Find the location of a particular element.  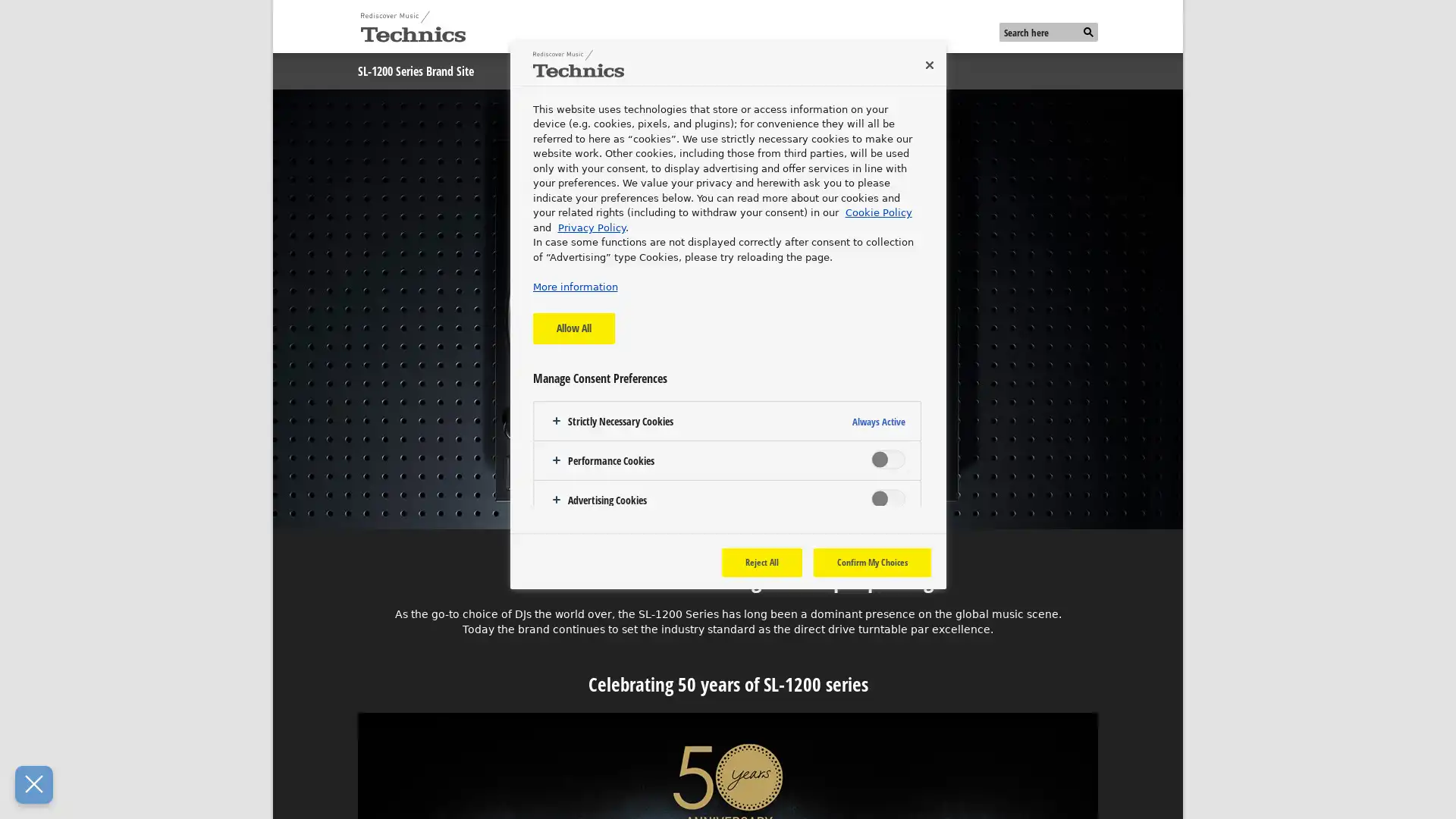

Confirm My Choices is located at coordinates (871, 562).